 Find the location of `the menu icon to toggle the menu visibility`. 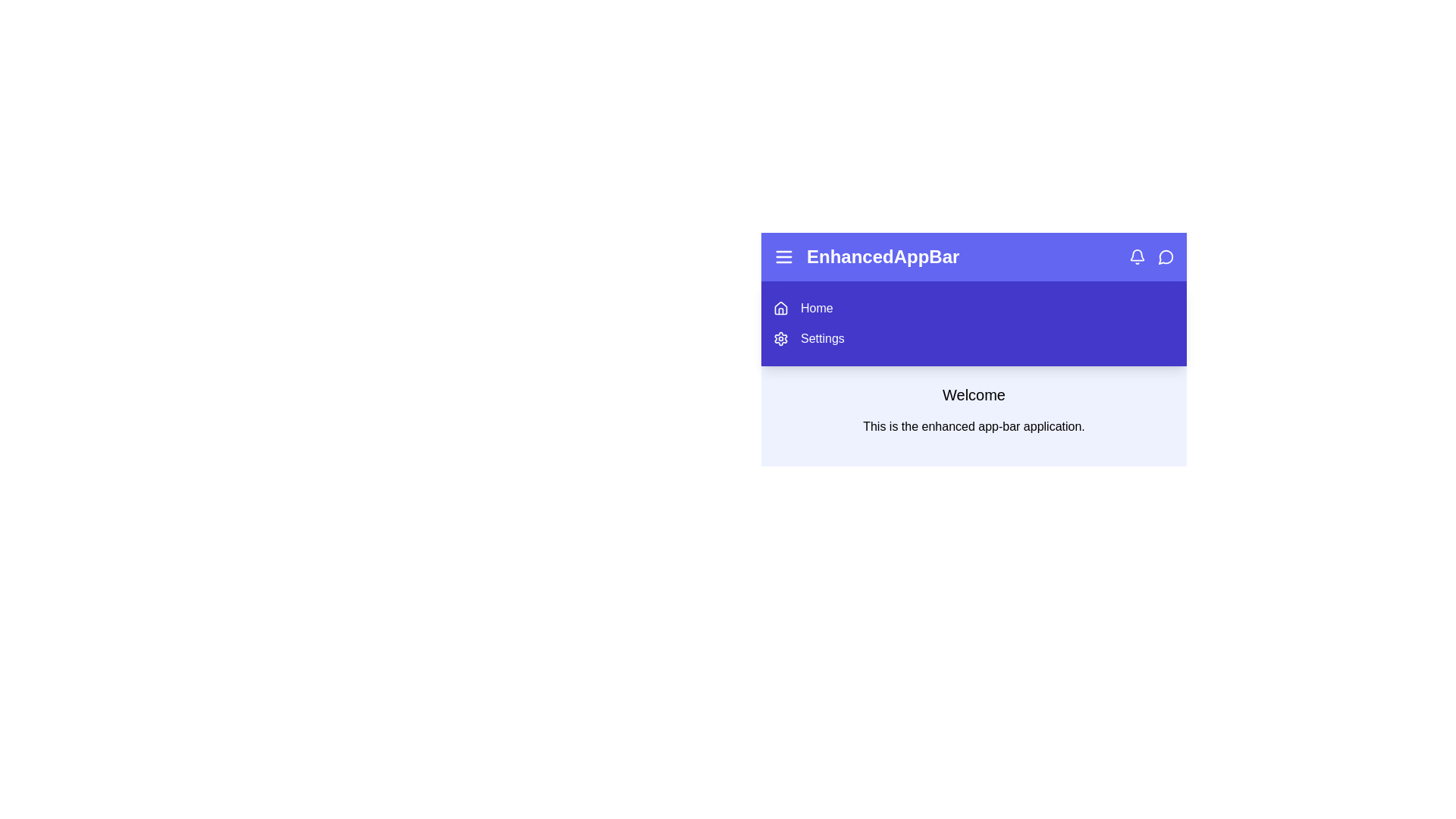

the menu icon to toggle the menu visibility is located at coordinates (783, 256).